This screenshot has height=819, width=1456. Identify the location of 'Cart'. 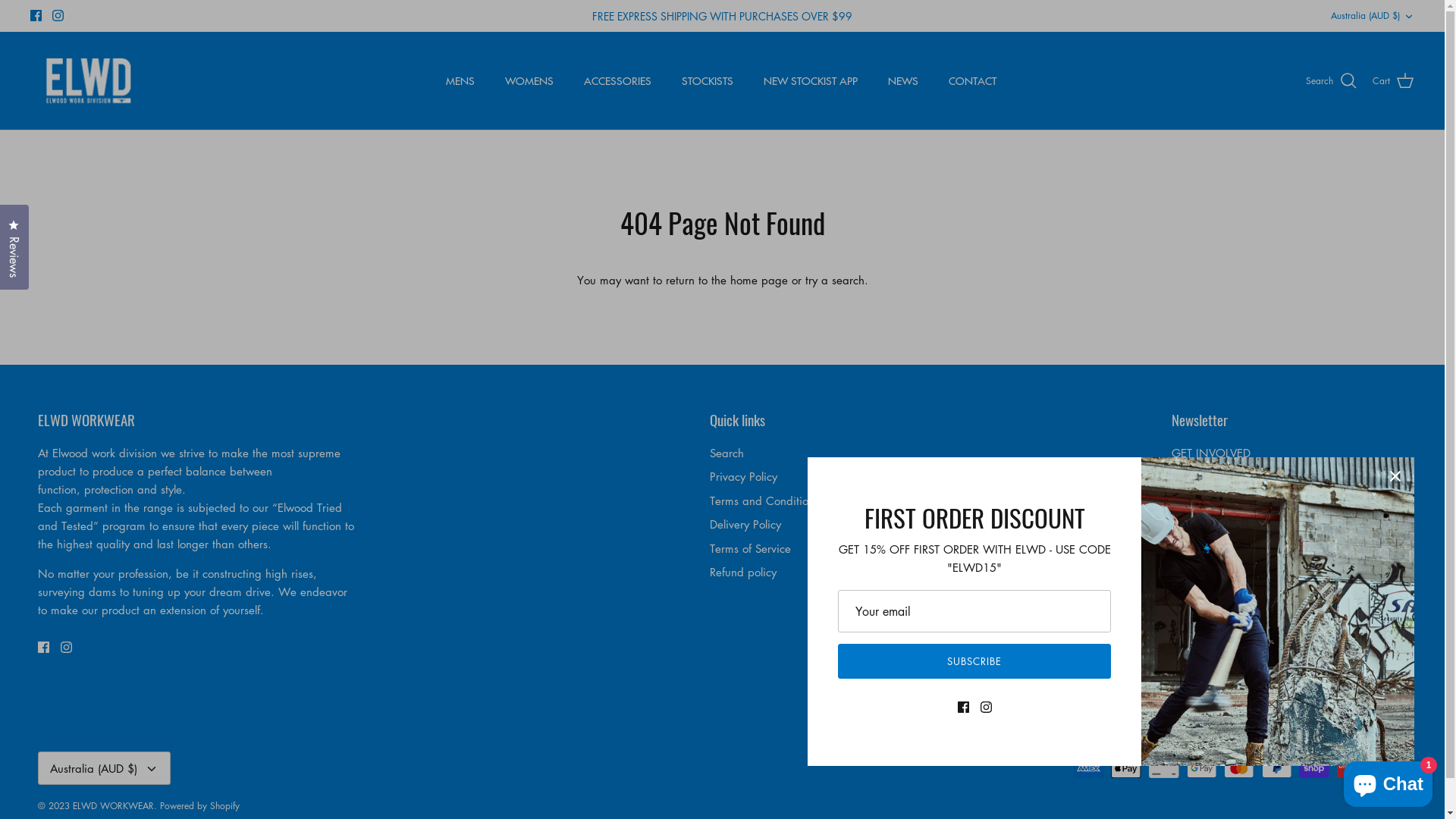
(1393, 81).